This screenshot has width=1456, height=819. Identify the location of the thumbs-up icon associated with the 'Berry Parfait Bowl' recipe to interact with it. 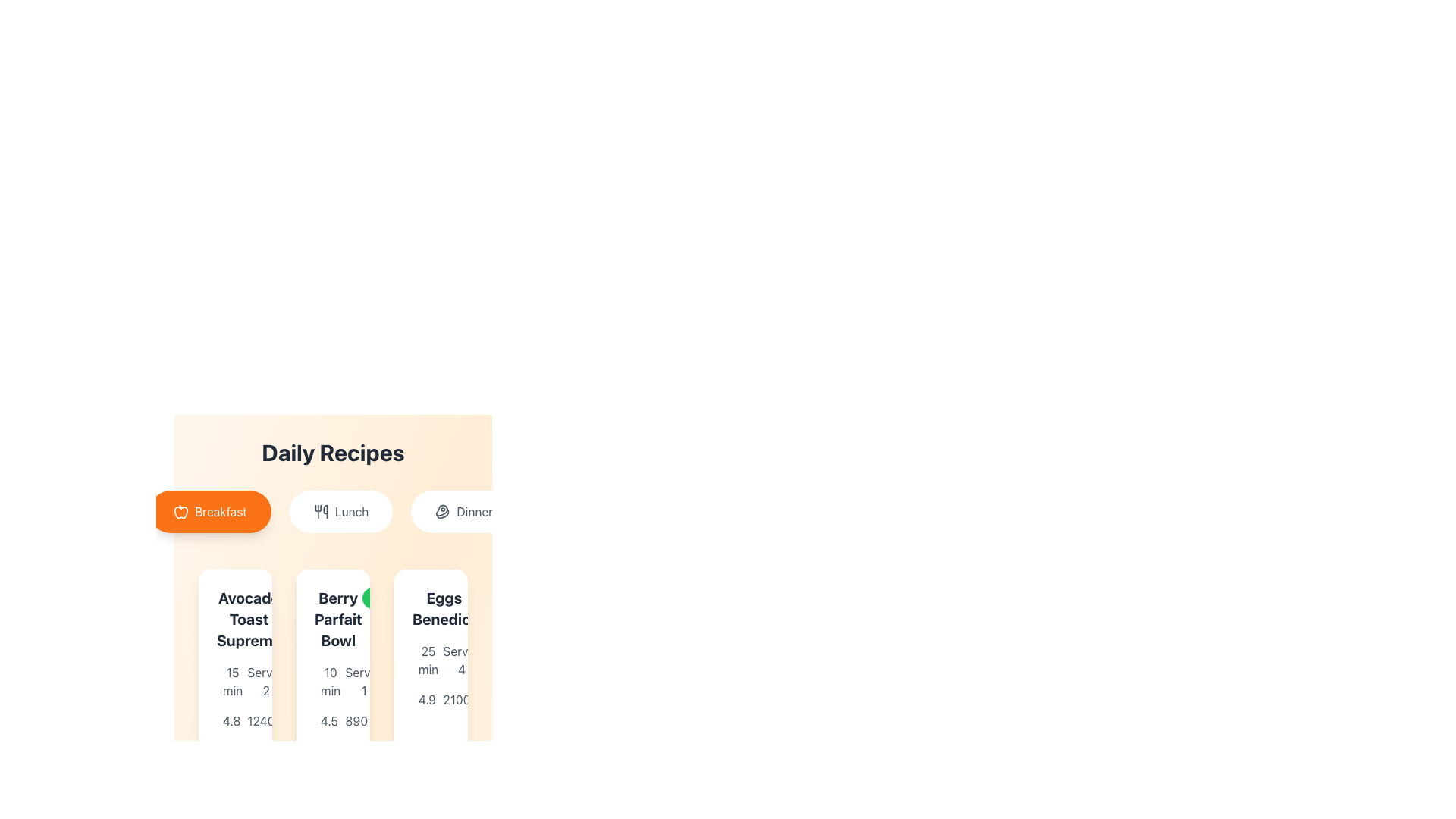
(347, 721).